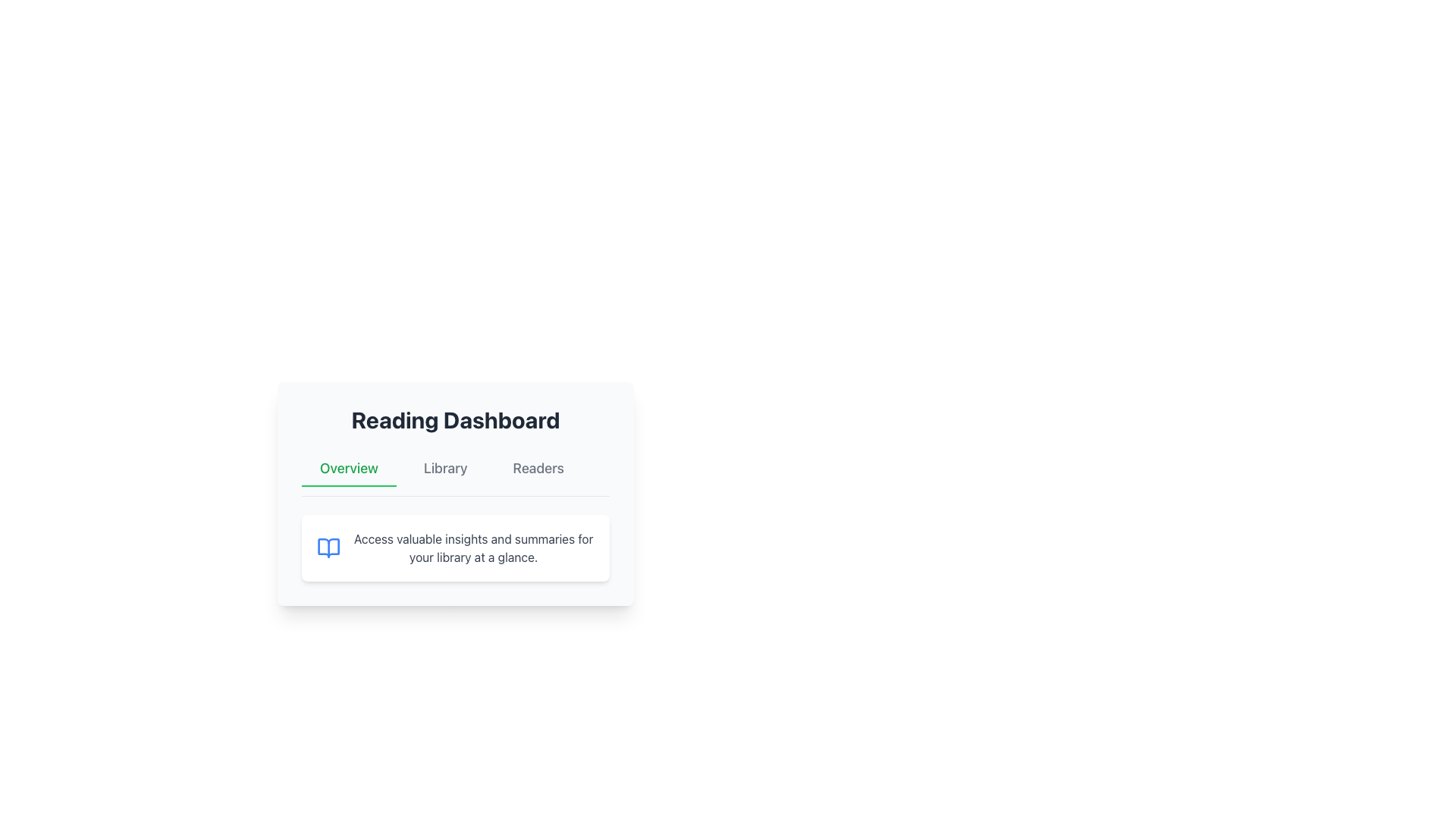 The image size is (1456, 819). What do you see at coordinates (454, 499) in the screenshot?
I see `the navigation tab within the main dashboard interface` at bounding box center [454, 499].